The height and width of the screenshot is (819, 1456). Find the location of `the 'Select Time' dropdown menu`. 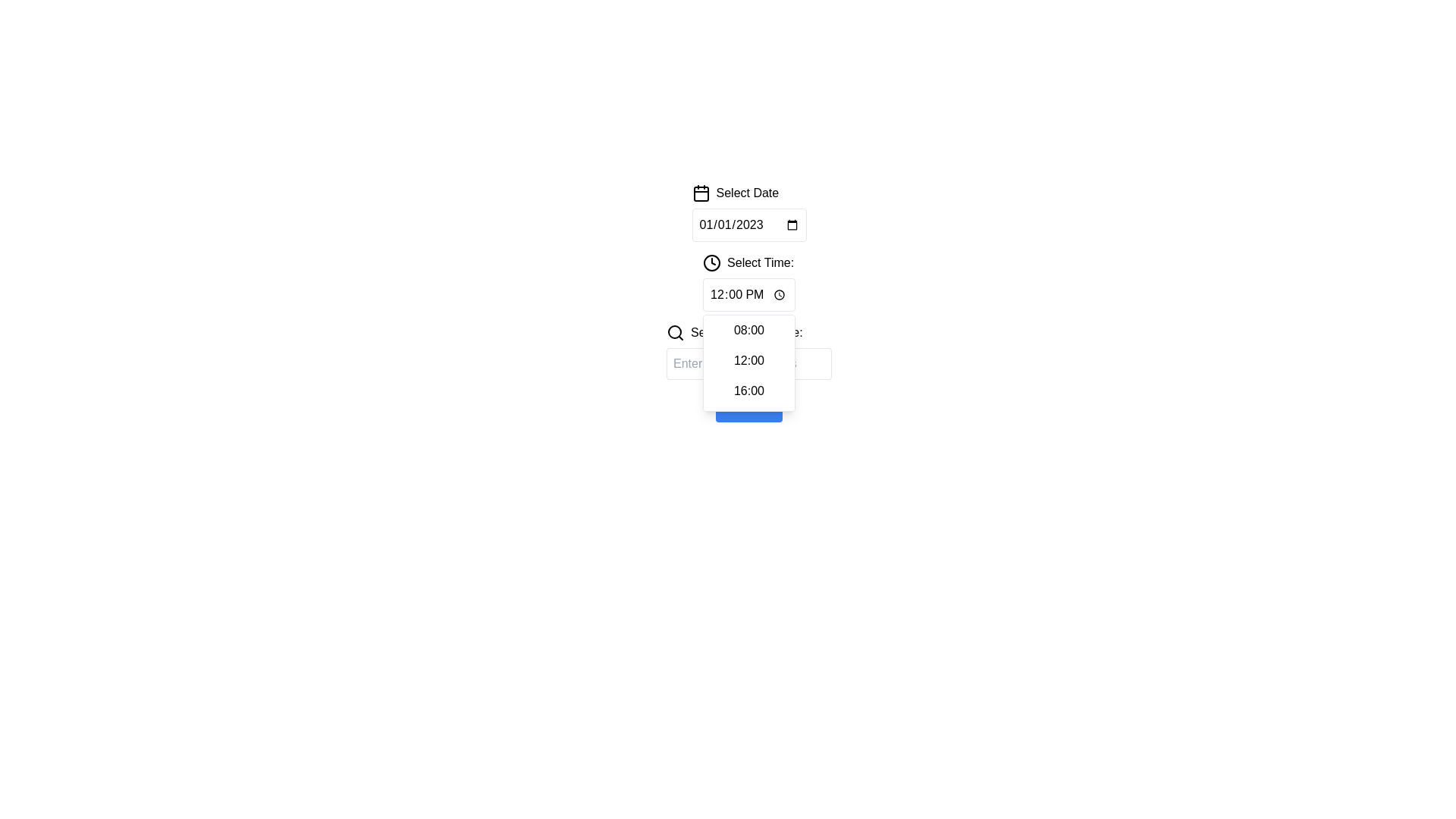

the 'Select Time' dropdown menu is located at coordinates (749, 283).